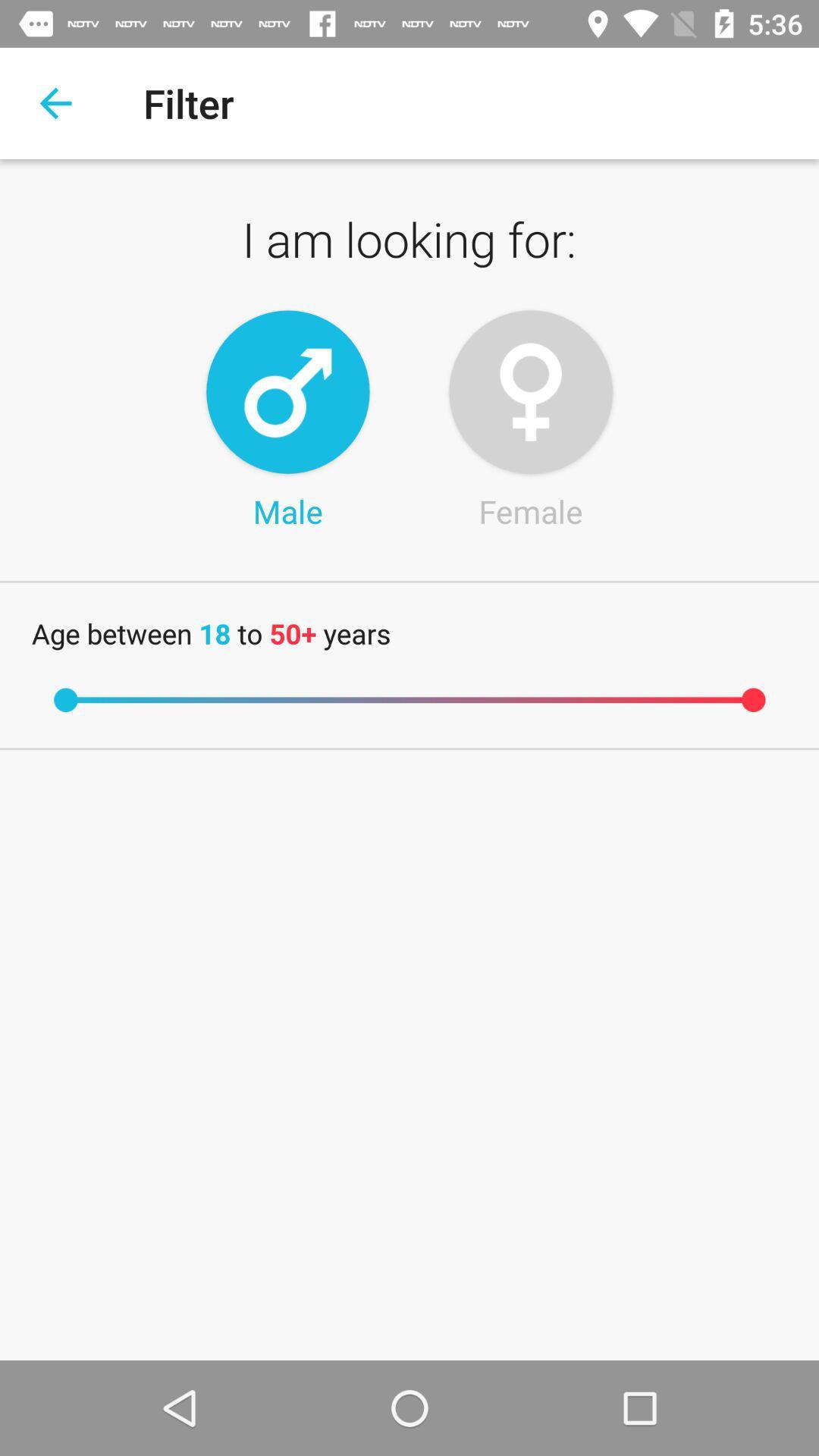 Image resolution: width=819 pixels, height=1456 pixels. What do you see at coordinates (55, 102) in the screenshot?
I see `go back` at bounding box center [55, 102].